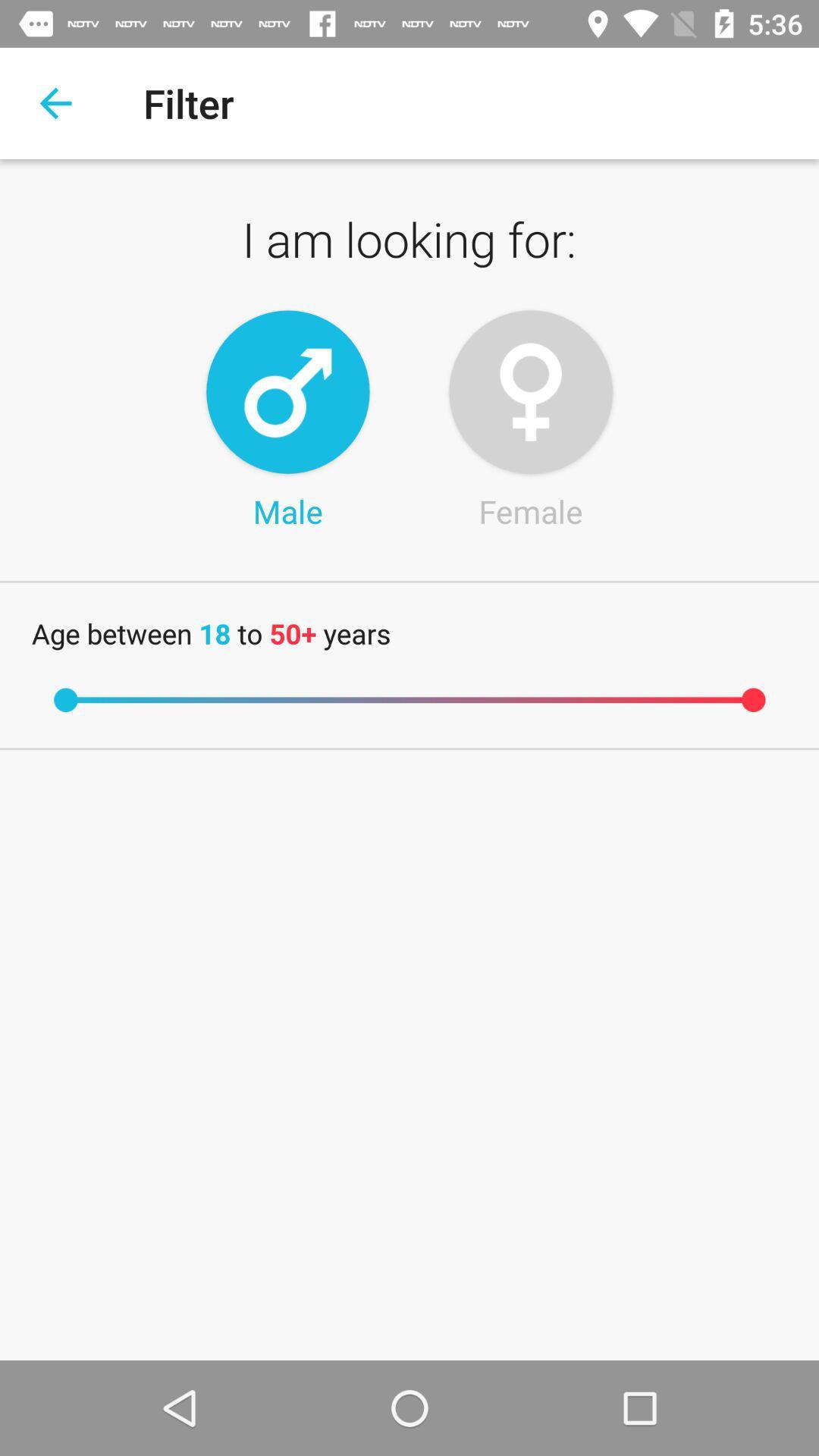 Image resolution: width=819 pixels, height=1456 pixels. What do you see at coordinates (55, 102) in the screenshot?
I see `go back` at bounding box center [55, 102].